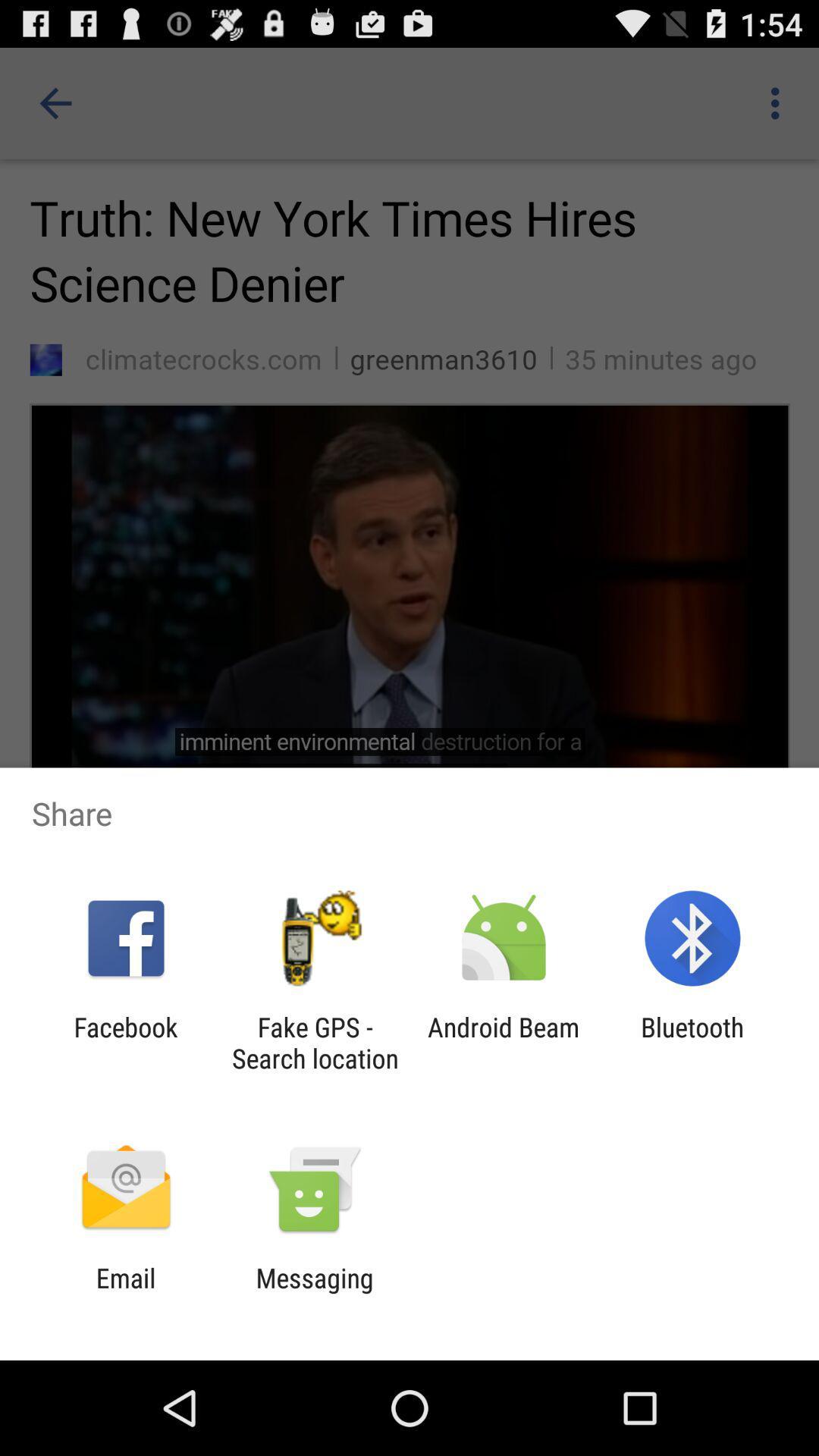 Image resolution: width=819 pixels, height=1456 pixels. What do you see at coordinates (314, 1042) in the screenshot?
I see `the icon next to facebook icon` at bounding box center [314, 1042].